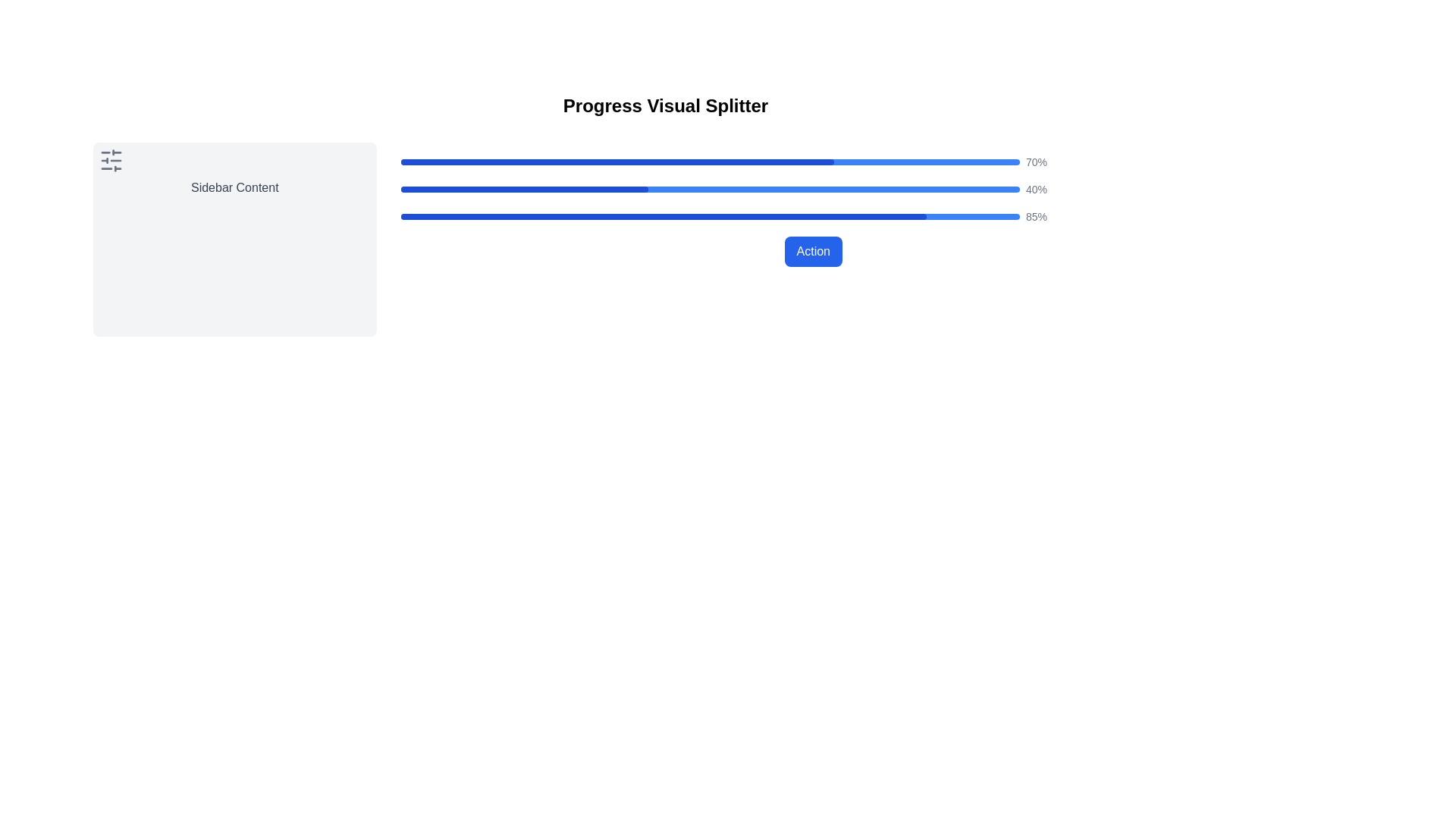  What do you see at coordinates (709, 162) in the screenshot?
I see `the first progress bar, which is a blue gradient rectangular bar with rounded edges, located below the heading 'Progress Visual Splitter' and has a percentage text '70%' aligned to its right` at bounding box center [709, 162].